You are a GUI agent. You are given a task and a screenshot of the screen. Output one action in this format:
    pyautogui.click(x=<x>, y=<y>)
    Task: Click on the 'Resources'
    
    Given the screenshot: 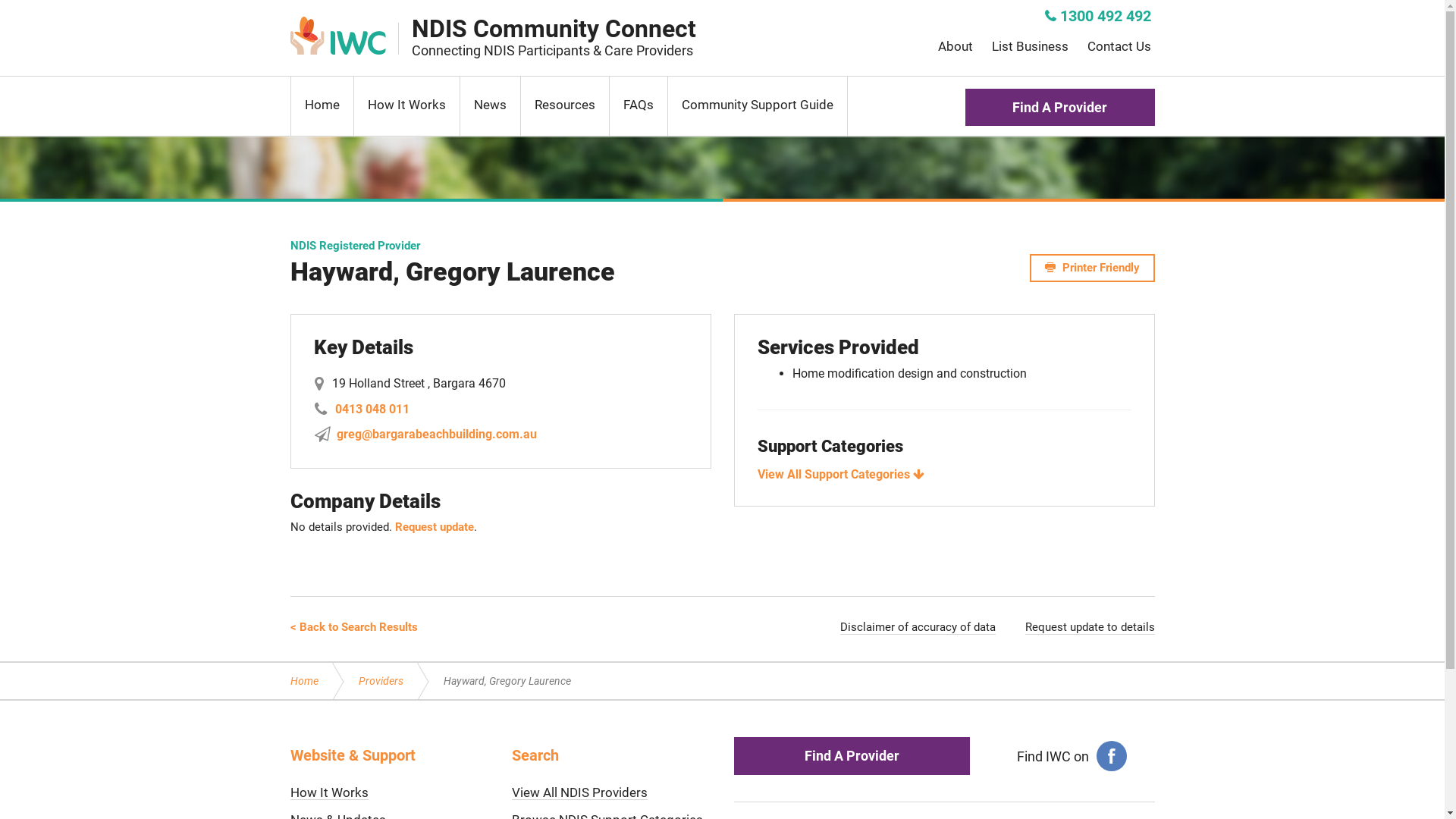 What is the action you would take?
    pyautogui.click(x=563, y=105)
    